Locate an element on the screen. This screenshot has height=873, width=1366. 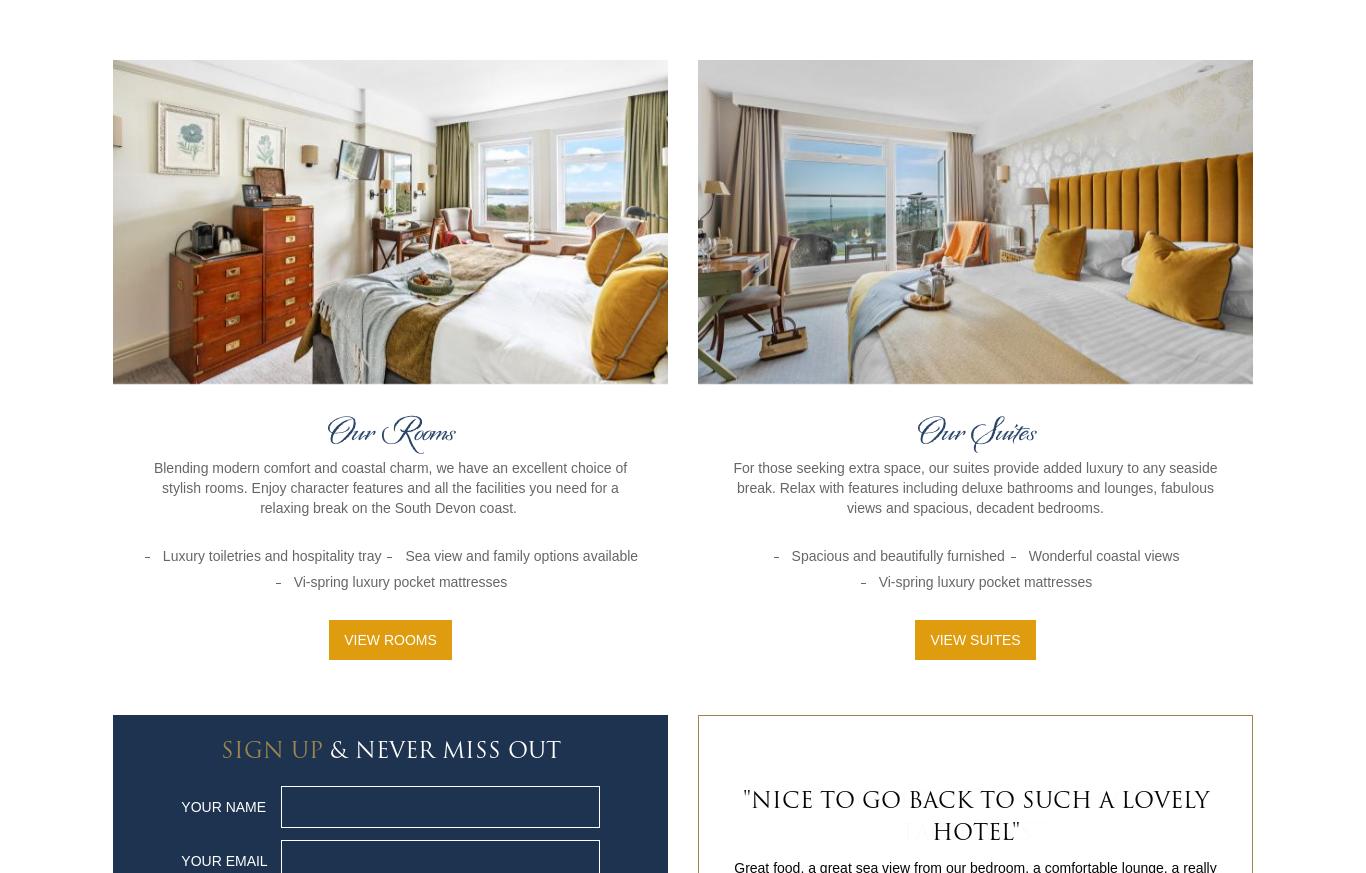
'Our Suites' is located at coordinates (975, 431).